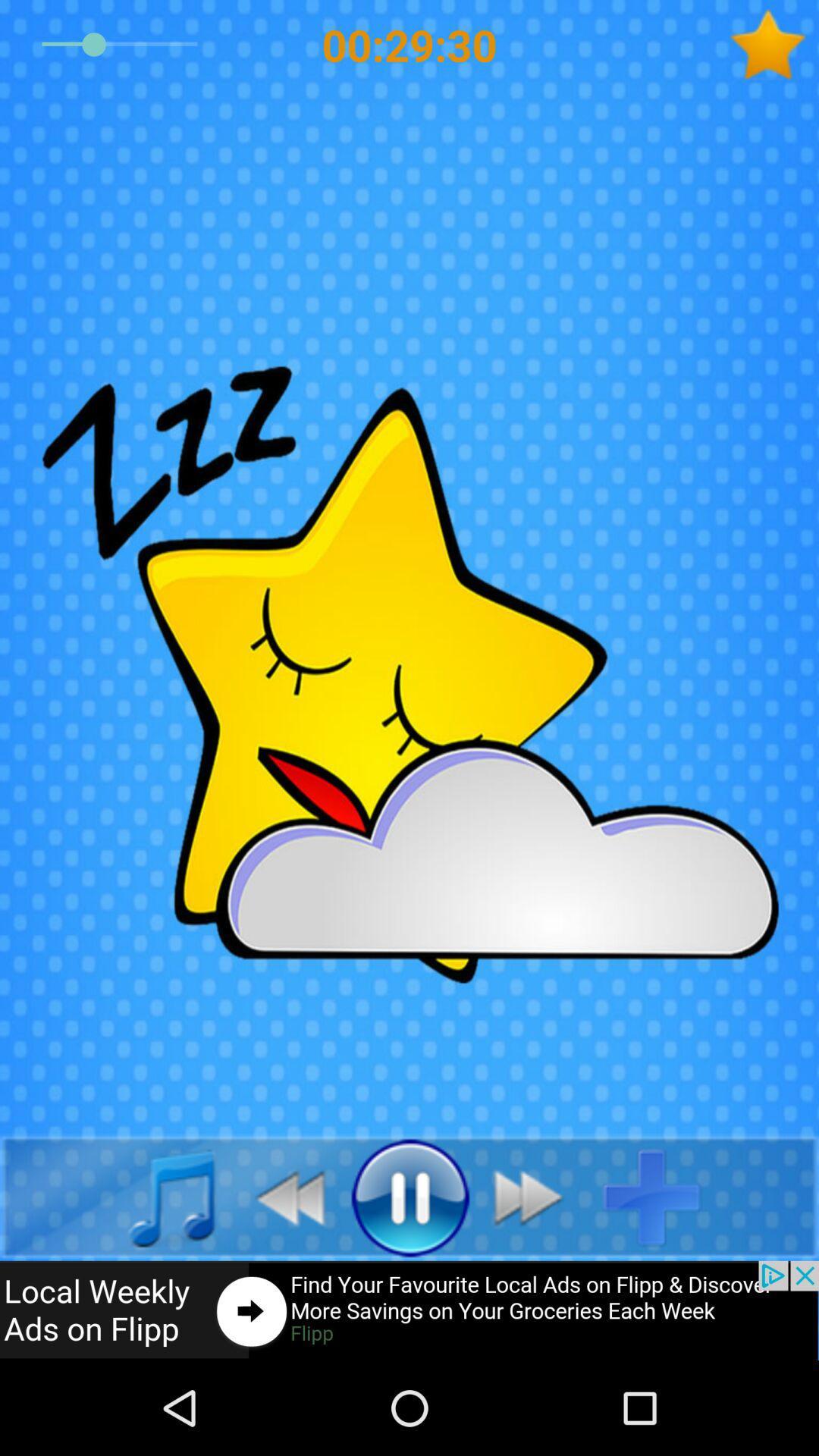 This screenshot has height=1456, width=819. I want to click on the av_rewind icon, so click(281, 1196).